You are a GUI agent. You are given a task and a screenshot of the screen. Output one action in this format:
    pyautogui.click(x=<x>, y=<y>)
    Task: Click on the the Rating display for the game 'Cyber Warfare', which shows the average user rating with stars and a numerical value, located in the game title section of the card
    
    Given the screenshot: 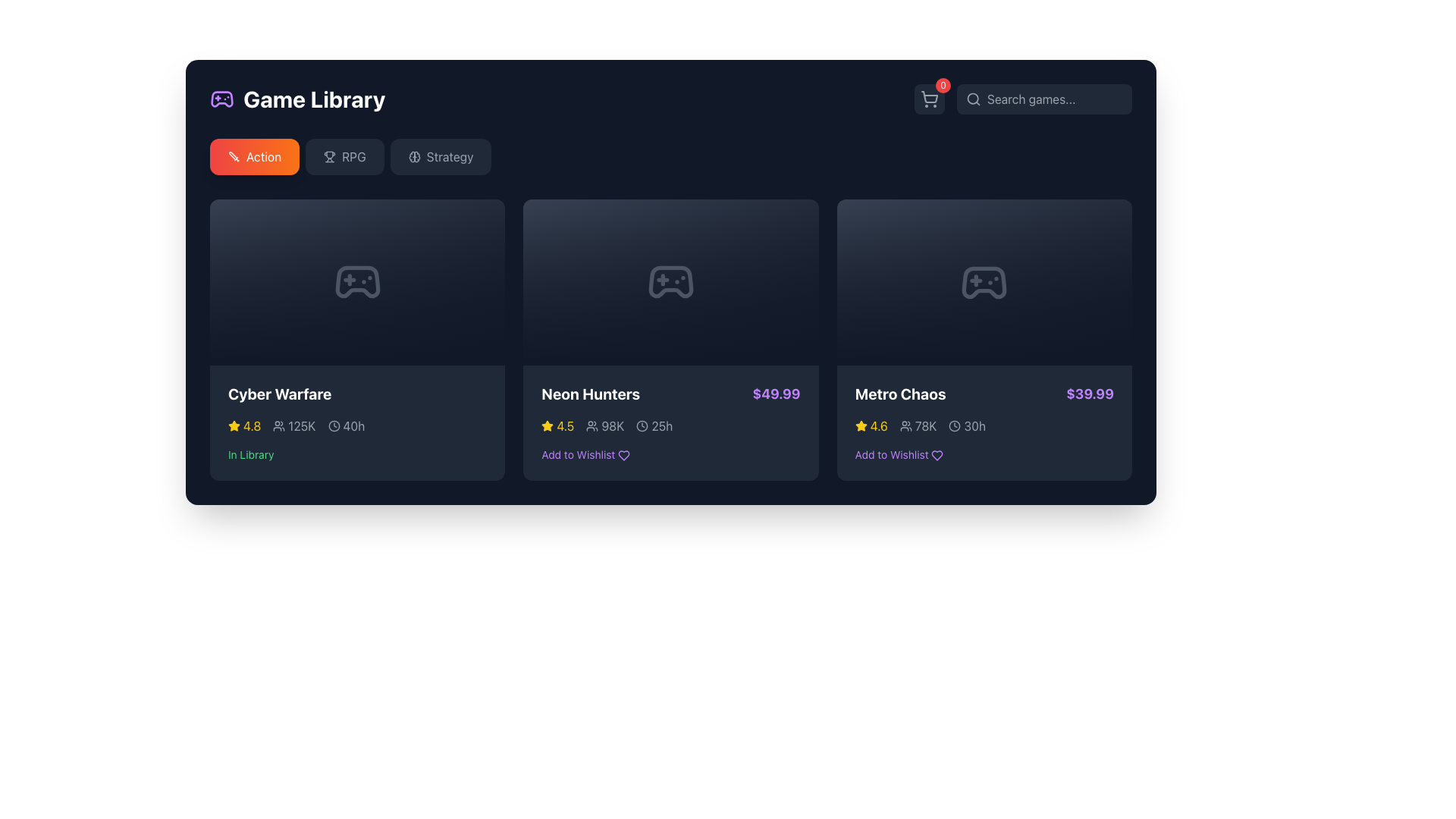 What is the action you would take?
    pyautogui.click(x=244, y=426)
    